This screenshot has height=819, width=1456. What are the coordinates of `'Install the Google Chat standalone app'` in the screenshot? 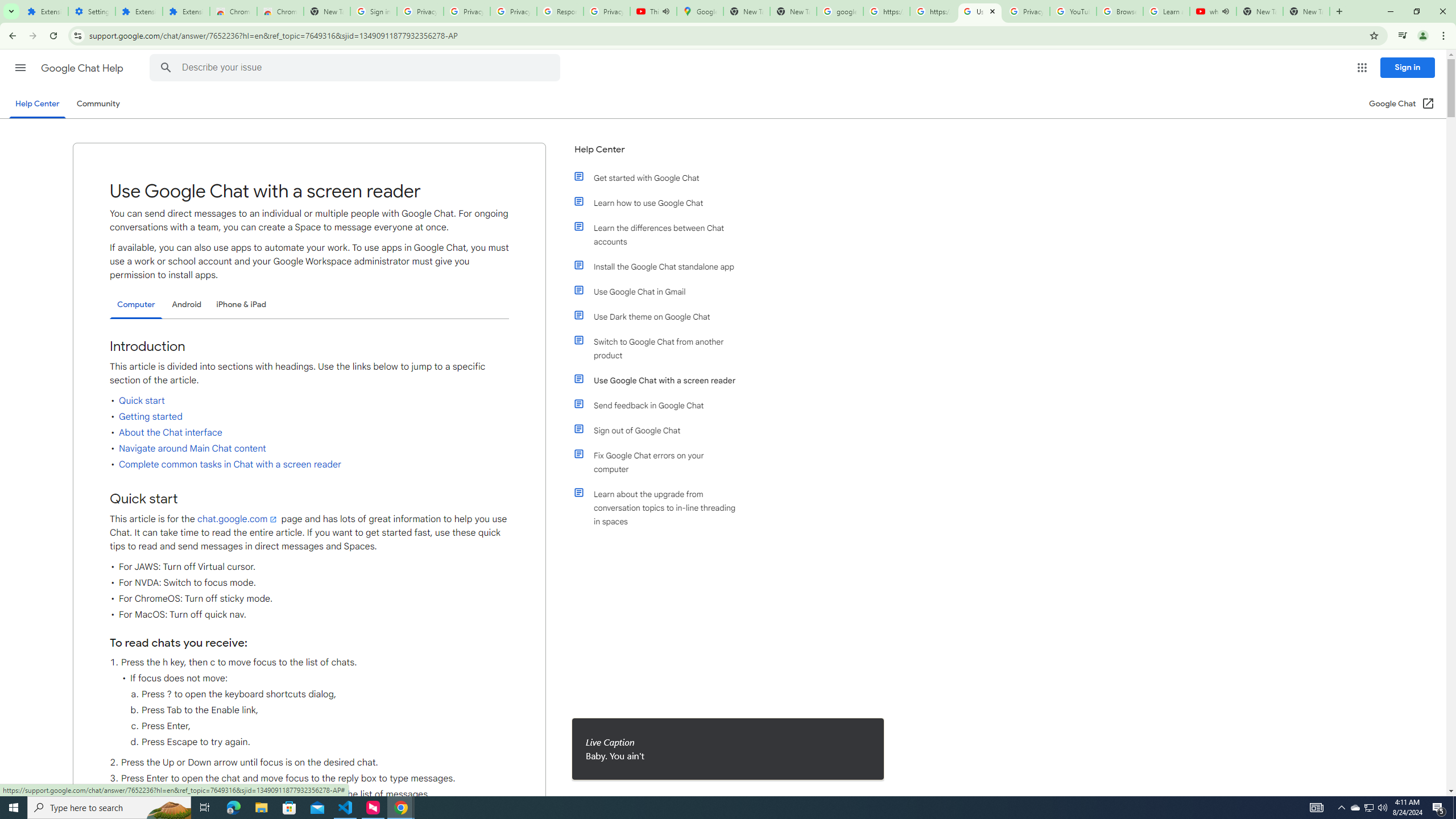 It's located at (661, 266).